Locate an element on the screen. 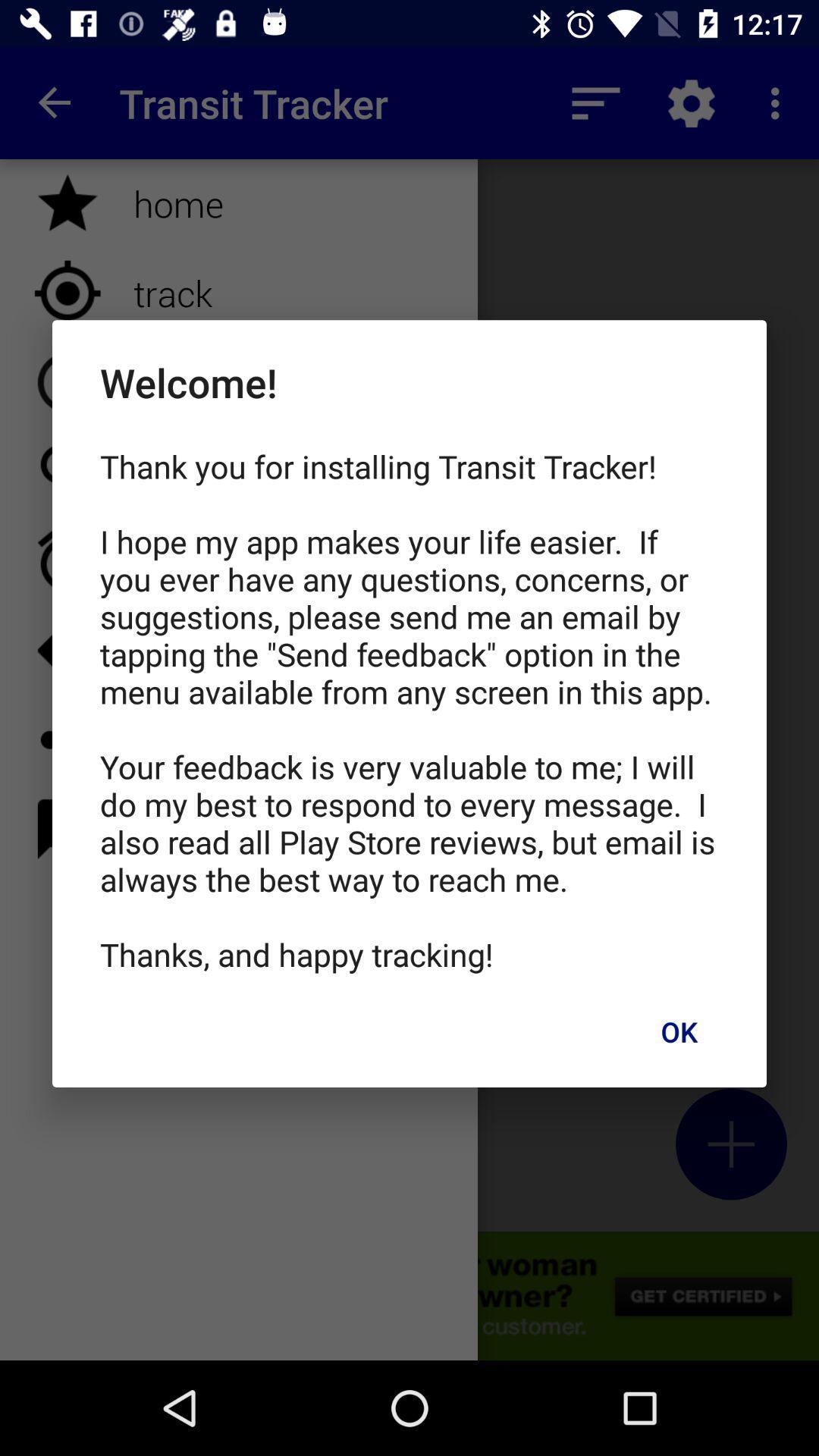 This screenshot has width=819, height=1456. the item below thank you for is located at coordinates (678, 1031).